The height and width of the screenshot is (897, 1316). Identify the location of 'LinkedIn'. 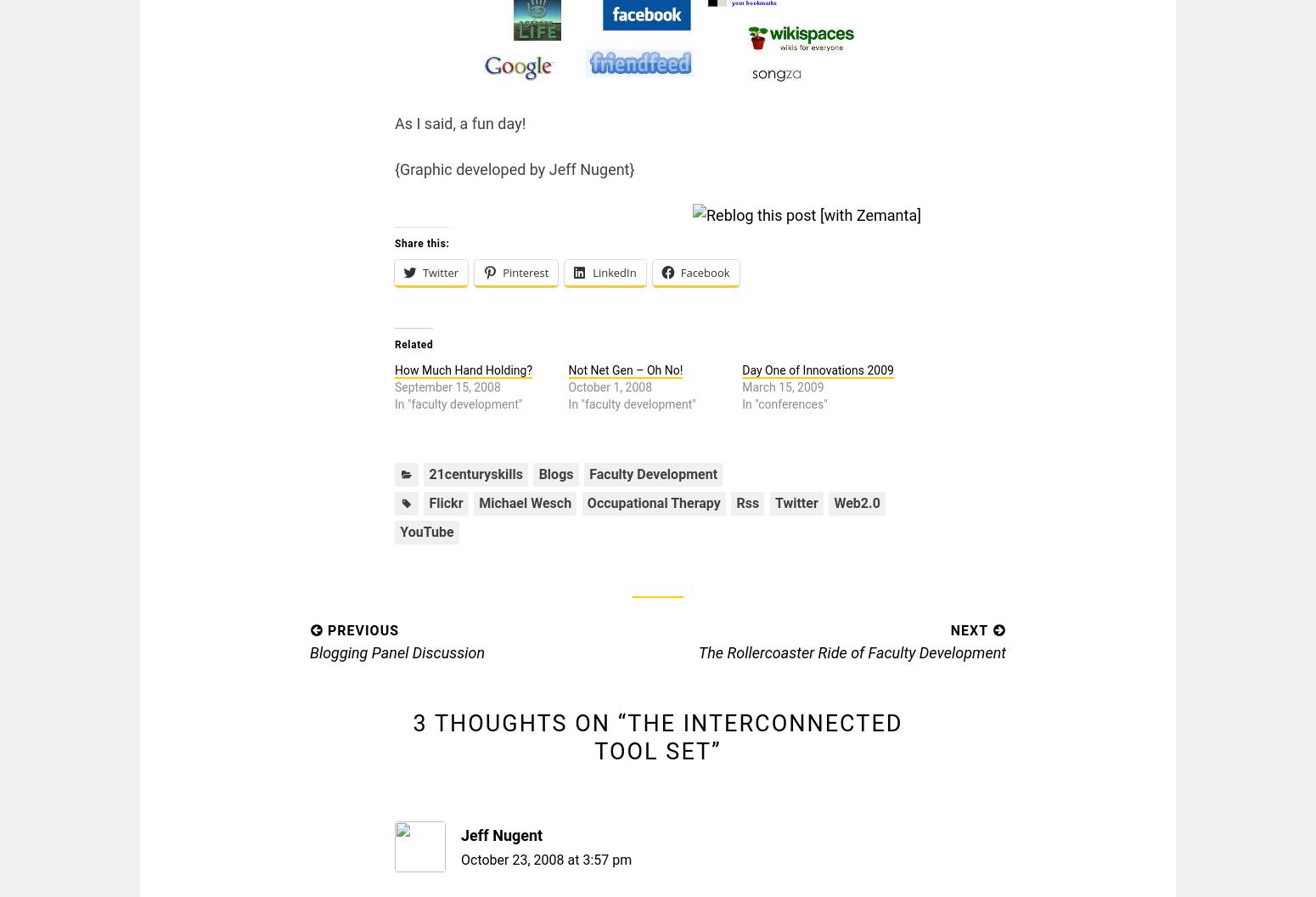
(591, 273).